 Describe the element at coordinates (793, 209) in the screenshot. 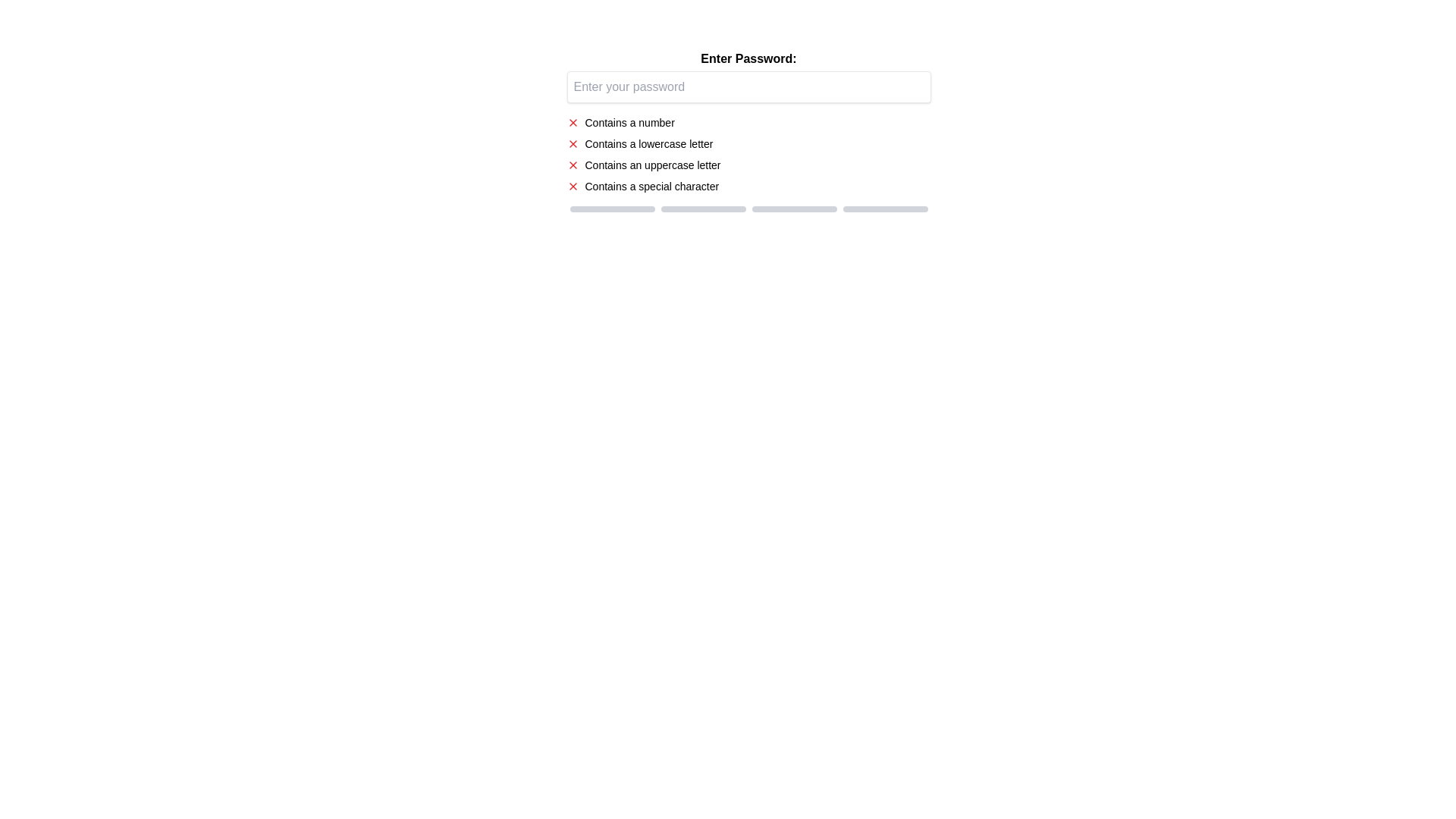

I see `the third progress bar or strength indicator, which is part of a sequence of four bars arranged horizontally below the password requirement checklist` at that location.